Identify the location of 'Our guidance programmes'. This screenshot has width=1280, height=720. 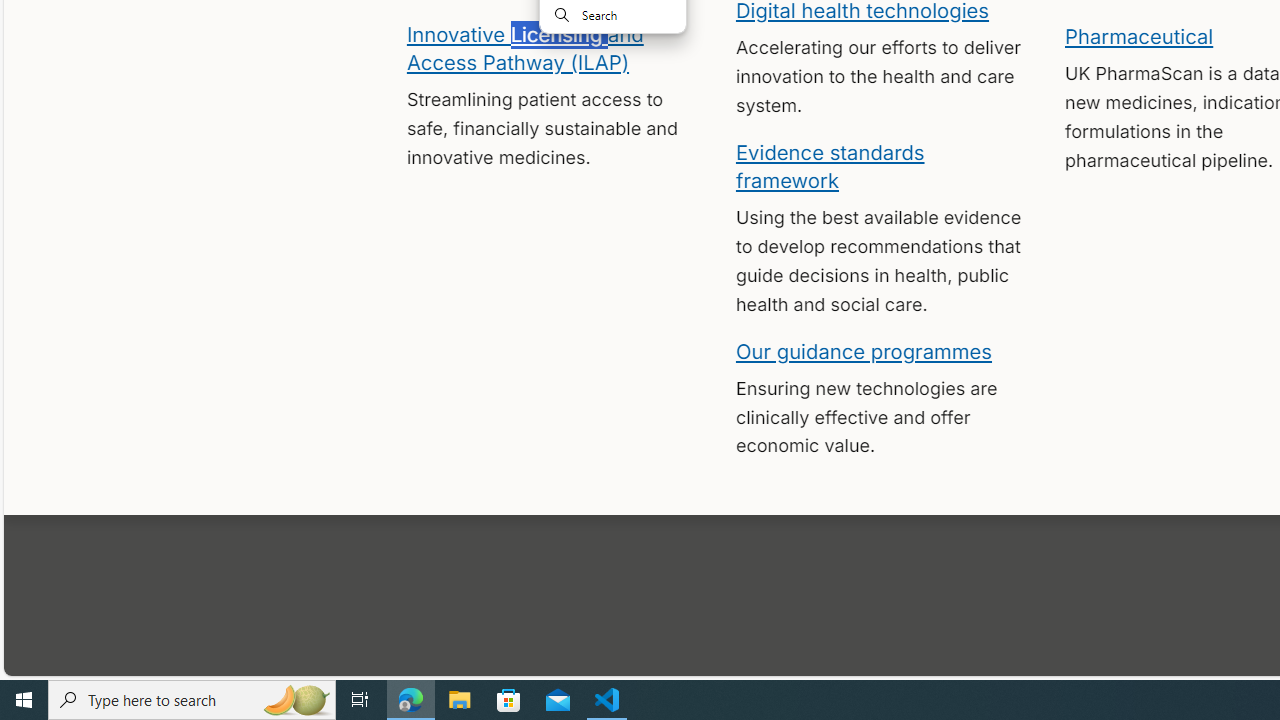
(864, 350).